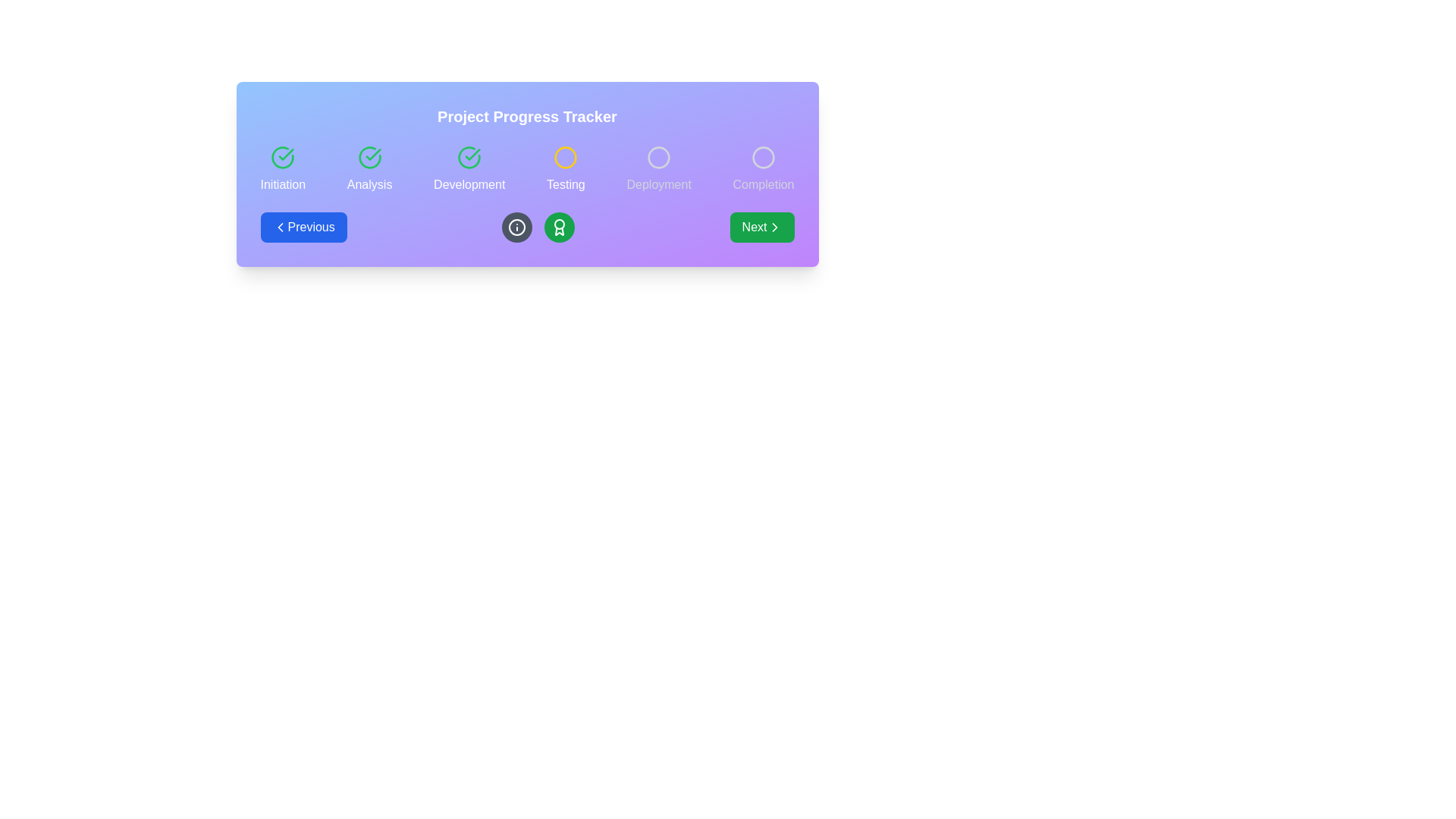  Describe the element at coordinates (283, 158) in the screenshot. I see `the green checkmark icon in the progress tracker interface, indicating completion or approval, located between the 'Initiation' and 'Development' section icons` at that location.